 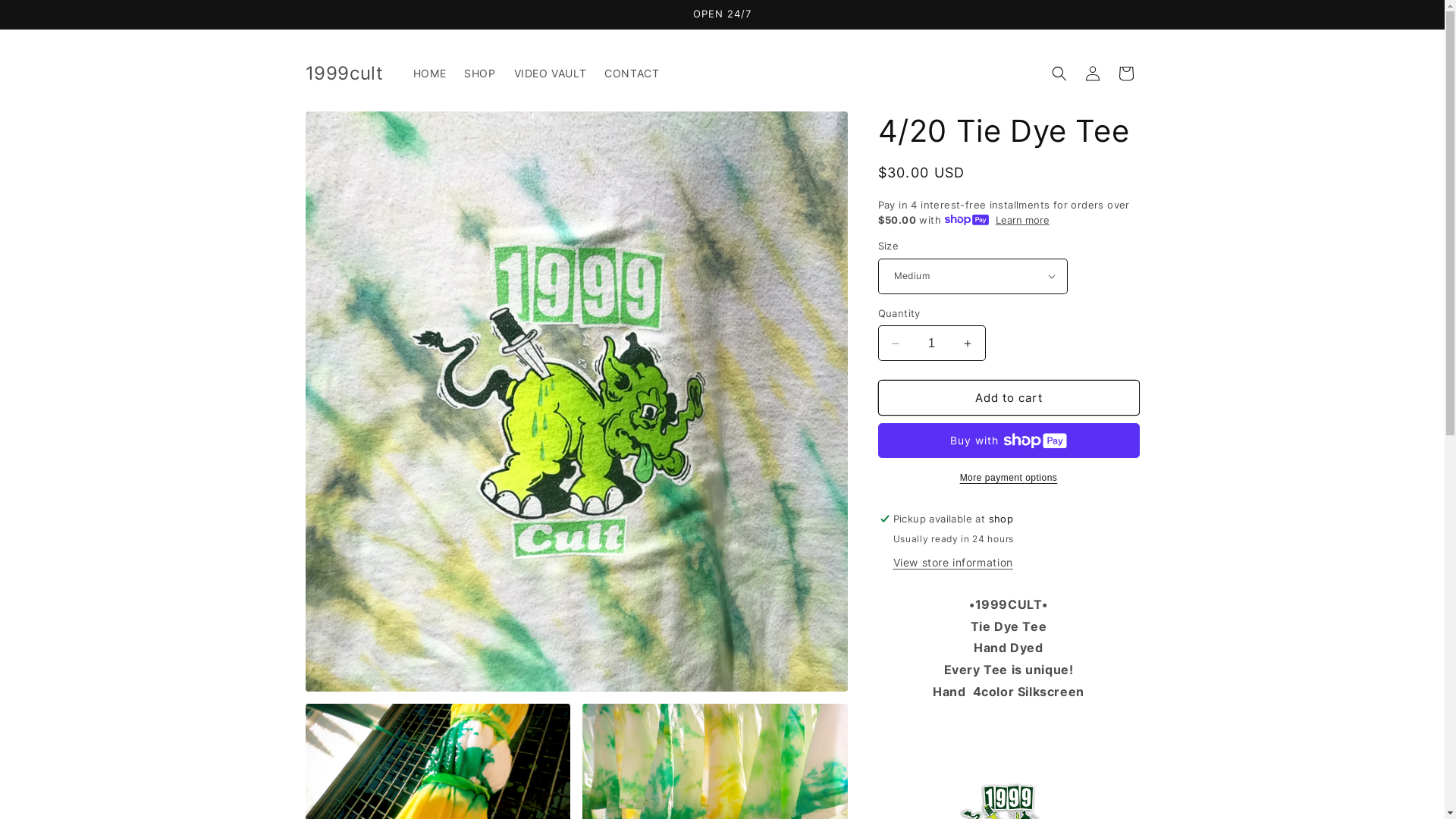 I want to click on 'CONTACT', so click(x=632, y=73).